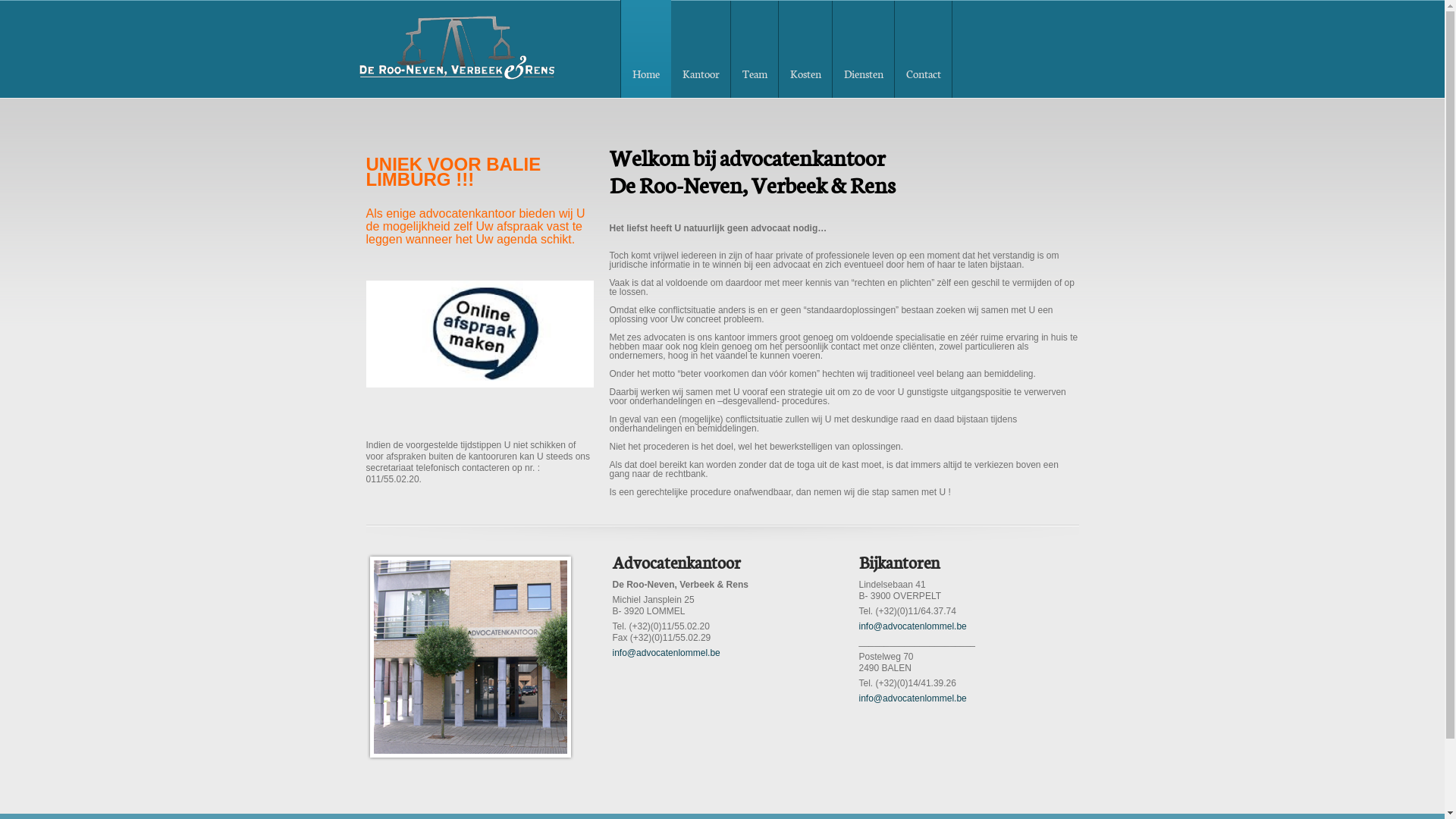 Image resolution: width=1456 pixels, height=819 pixels. I want to click on 'info@advocatenlommel.be', so click(612, 651).